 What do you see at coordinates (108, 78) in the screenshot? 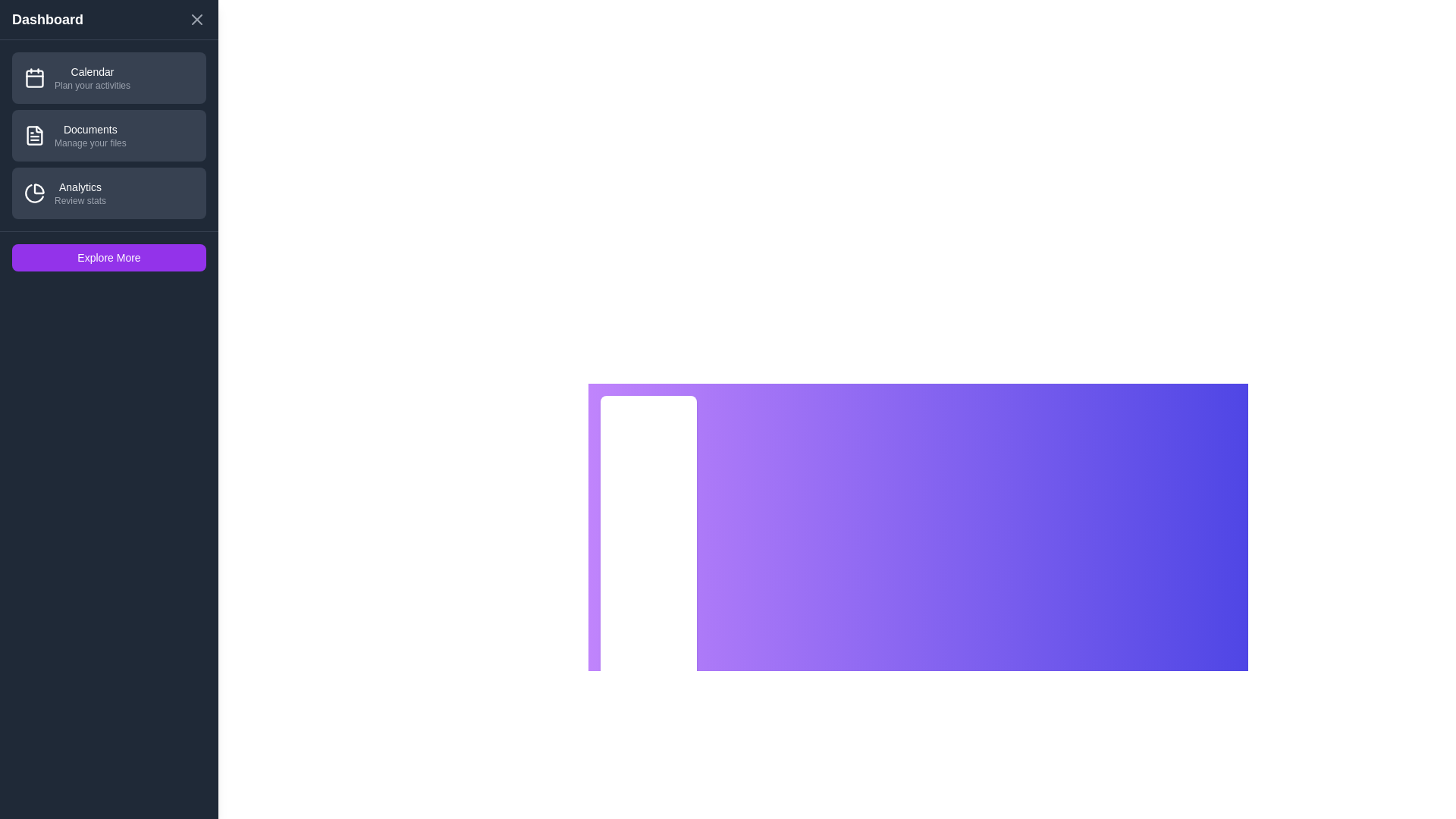
I see `the section Calendar by clicking on its list item` at bounding box center [108, 78].